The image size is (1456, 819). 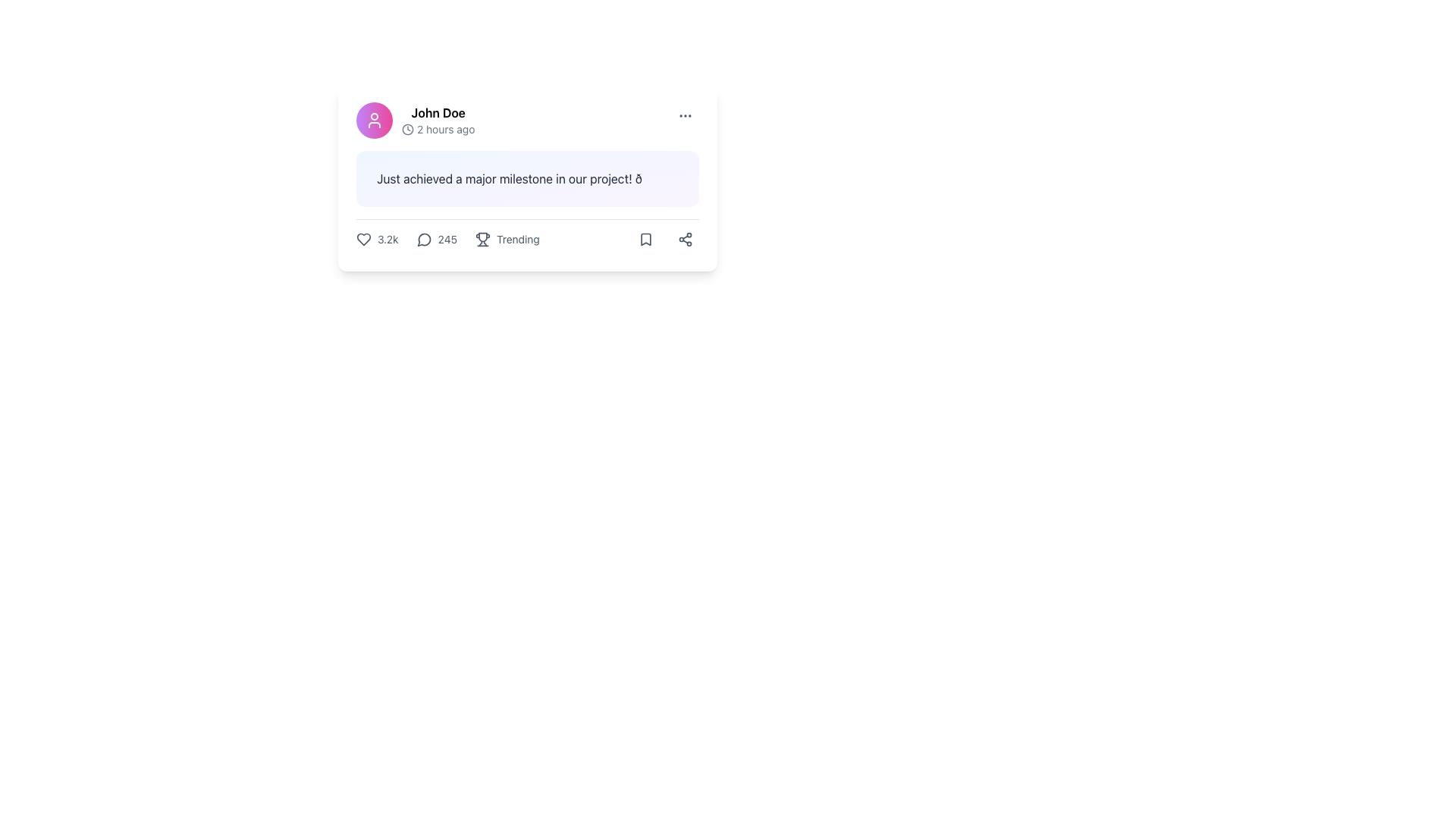 What do you see at coordinates (528, 177) in the screenshot?
I see `the text display box containing the message 'Just achieved a major milestone in our project! 🎉' which has a gradient background and rounded corners, as it links to other actions` at bounding box center [528, 177].